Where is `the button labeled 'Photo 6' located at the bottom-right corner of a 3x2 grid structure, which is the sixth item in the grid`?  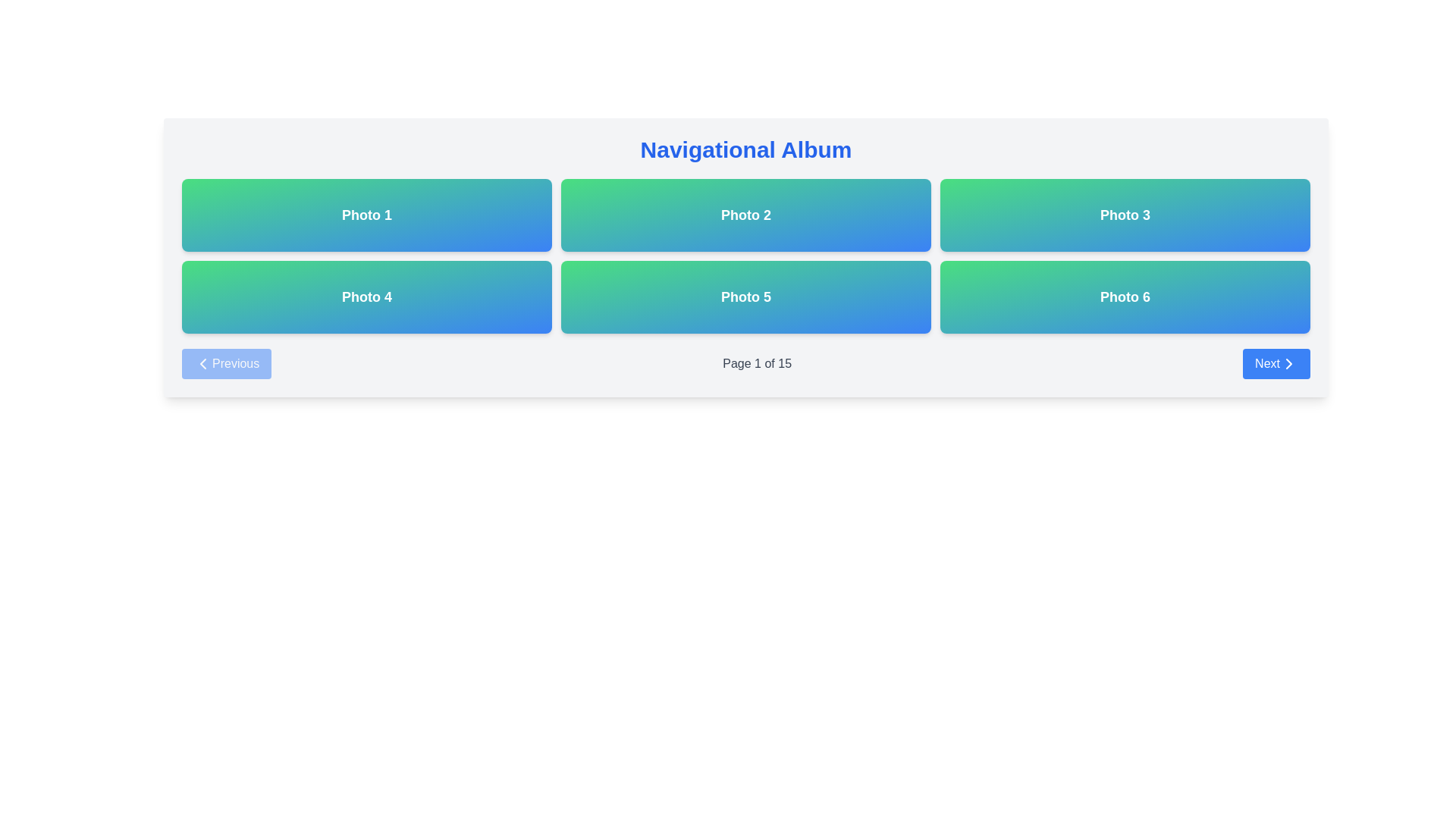 the button labeled 'Photo 6' located at the bottom-right corner of a 3x2 grid structure, which is the sixth item in the grid is located at coordinates (1125, 297).